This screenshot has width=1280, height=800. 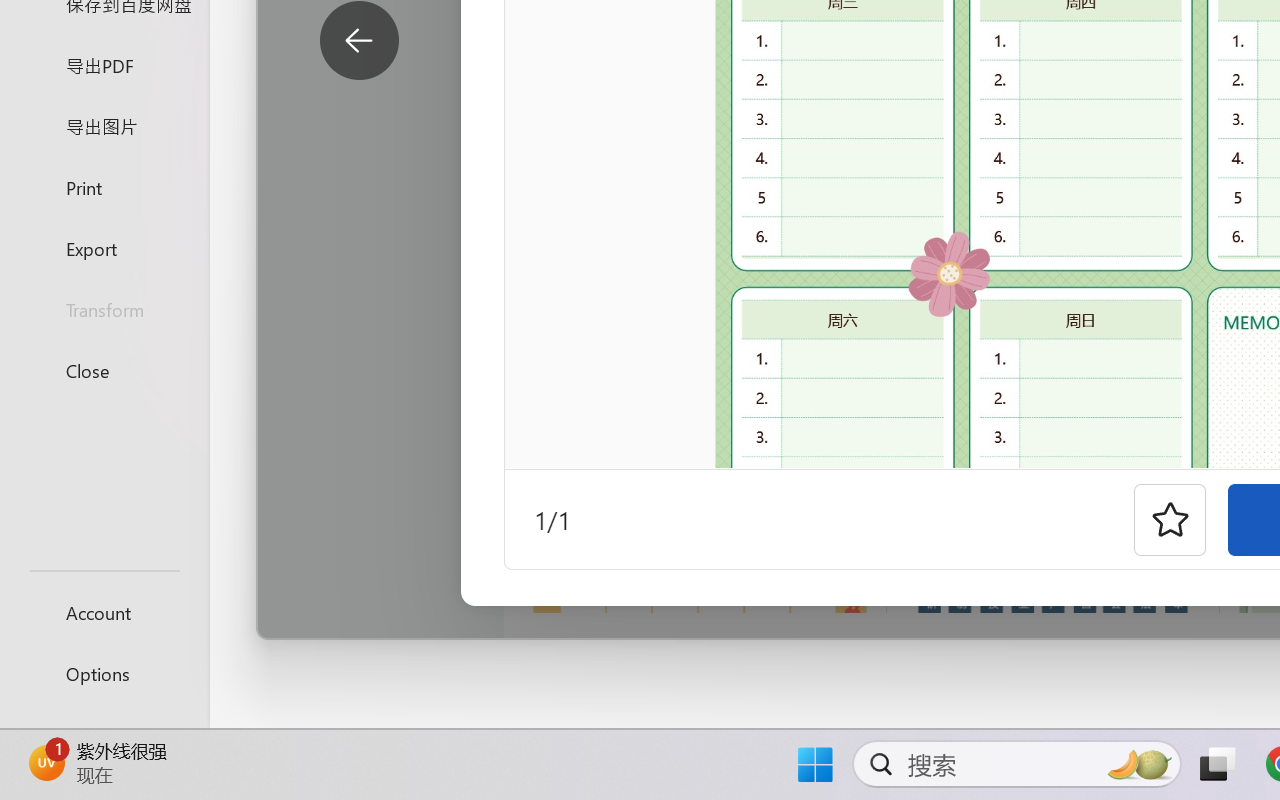 What do you see at coordinates (103, 673) in the screenshot?
I see `'Options'` at bounding box center [103, 673].